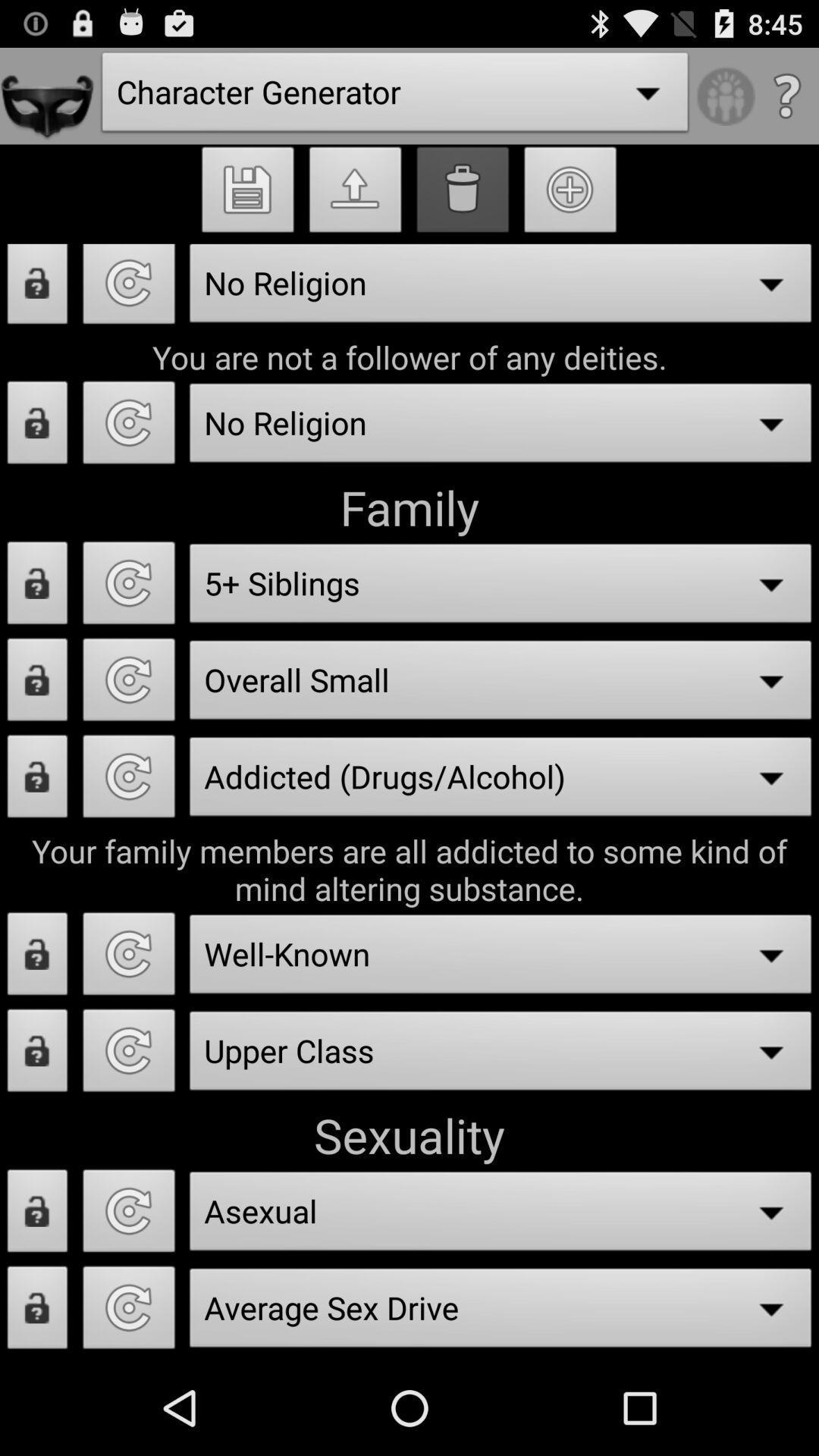 Image resolution: width=819 pixels, height=1456 pixels. What do you see at coordinates (36, 683) in the screenshot?
I see `lock option` at bounding box center [36, 683].